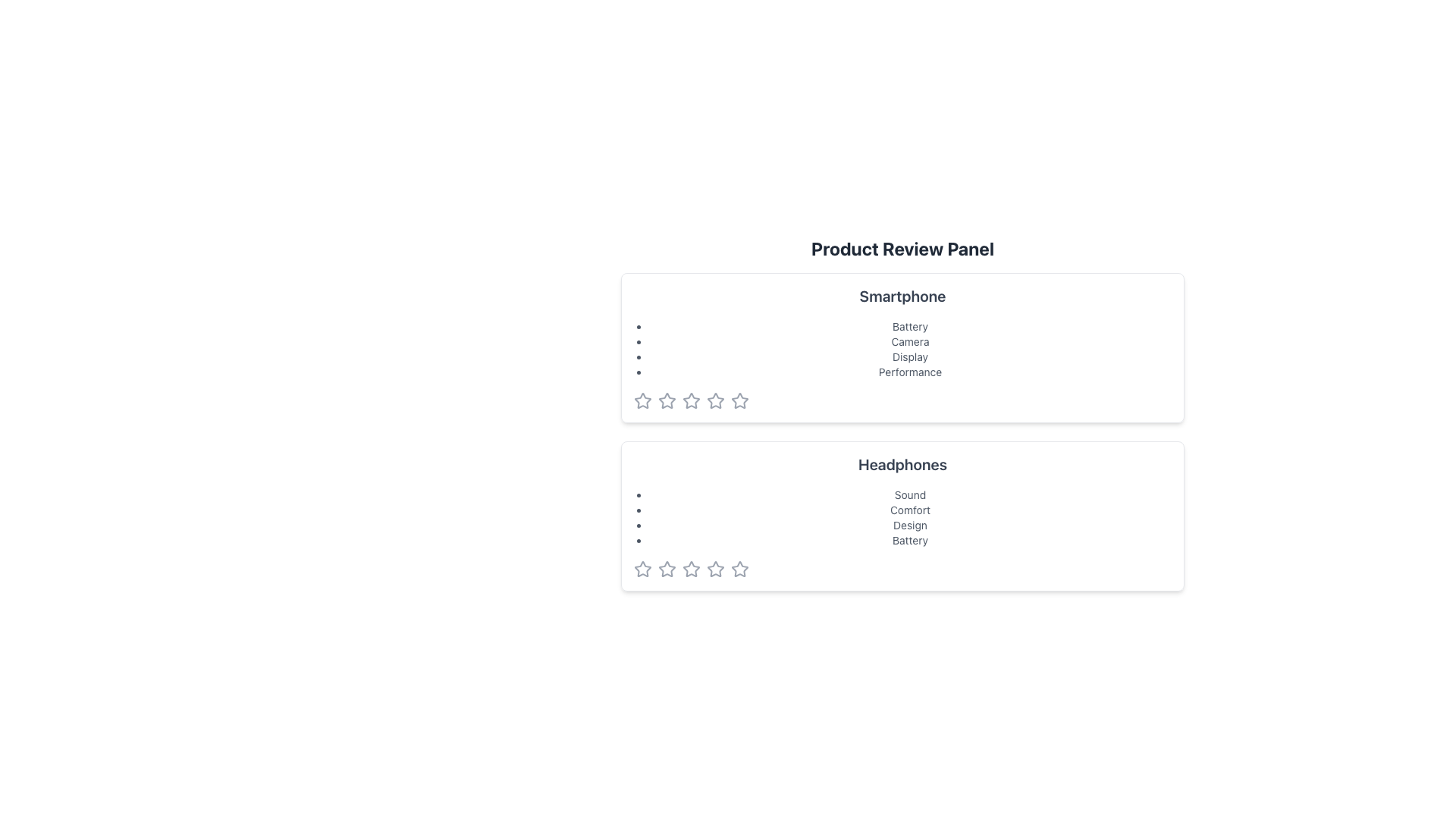  Describe the element at coordinates (715, 400) in the screenshot. I see `the fourth star icon in the rating system within the 'Smartphone' section of the 'Product Review Panel'` at that location.